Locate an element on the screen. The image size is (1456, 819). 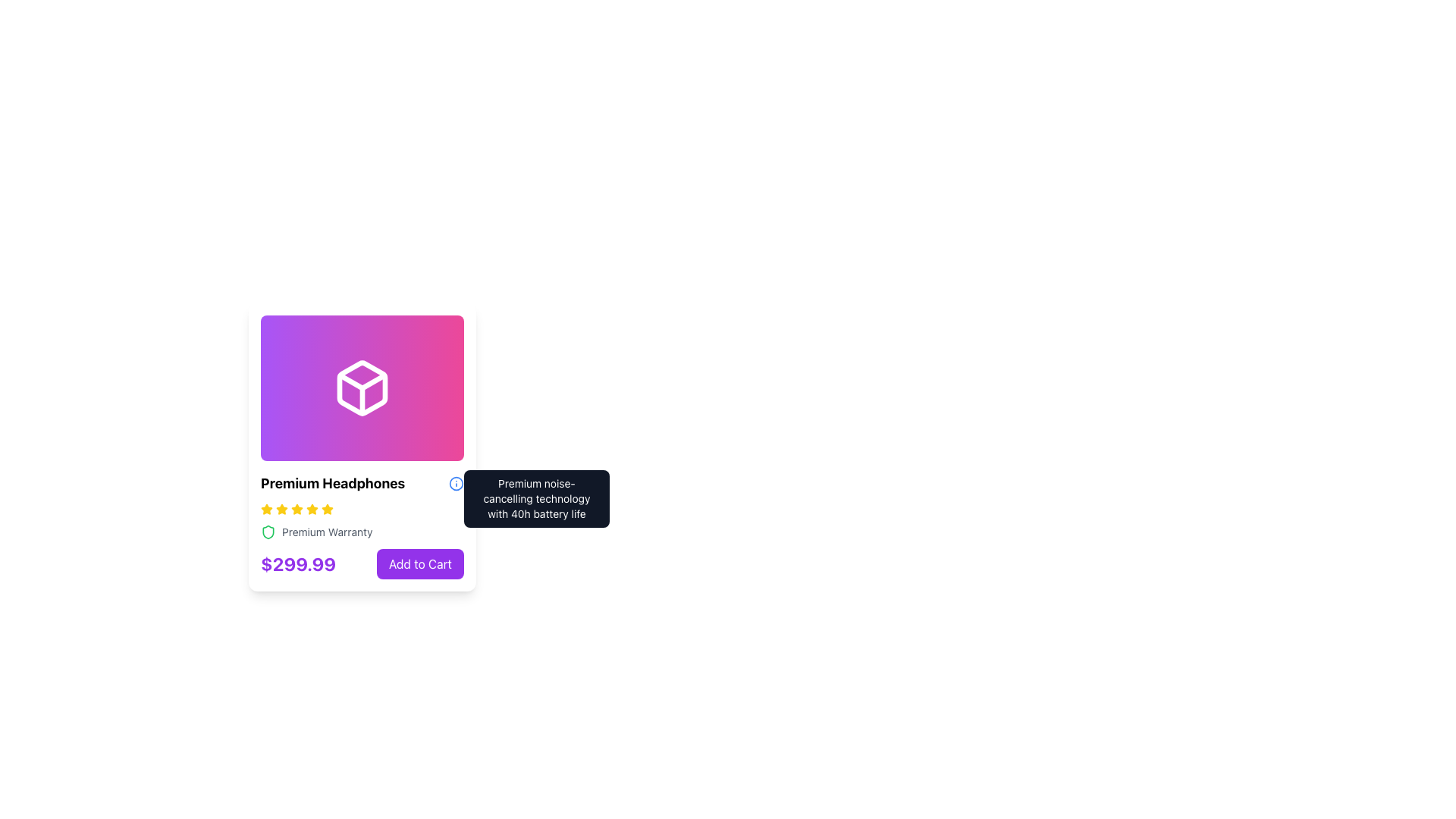
the large bold purple price text '$299.99' located at the bottom left of the product card, beneath the product warranty text and to the left of the 'Add to Cart' button is located at coordinates (298, 564).